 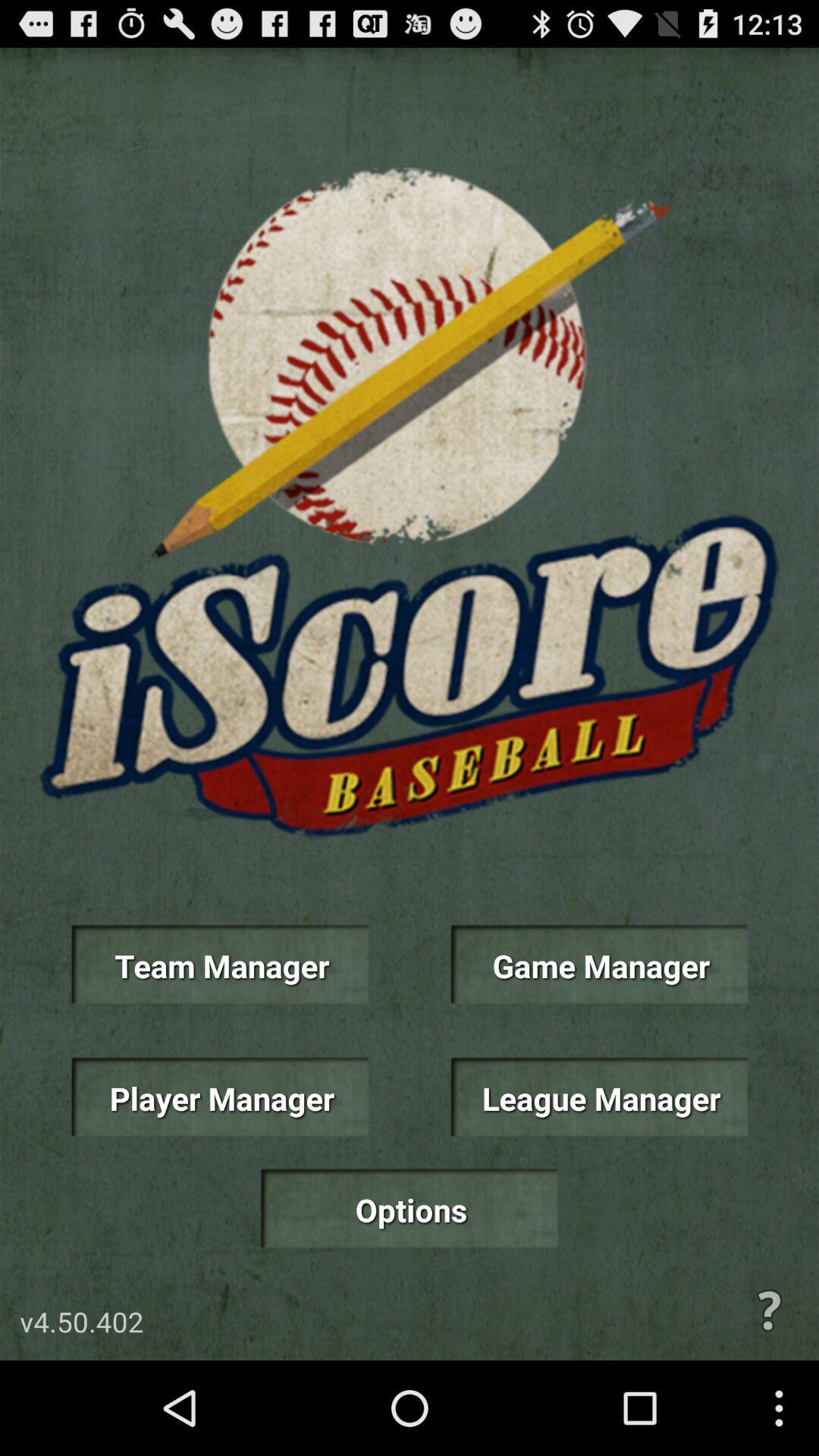 I want to click on the player manager, so click(x=219, y=1097).